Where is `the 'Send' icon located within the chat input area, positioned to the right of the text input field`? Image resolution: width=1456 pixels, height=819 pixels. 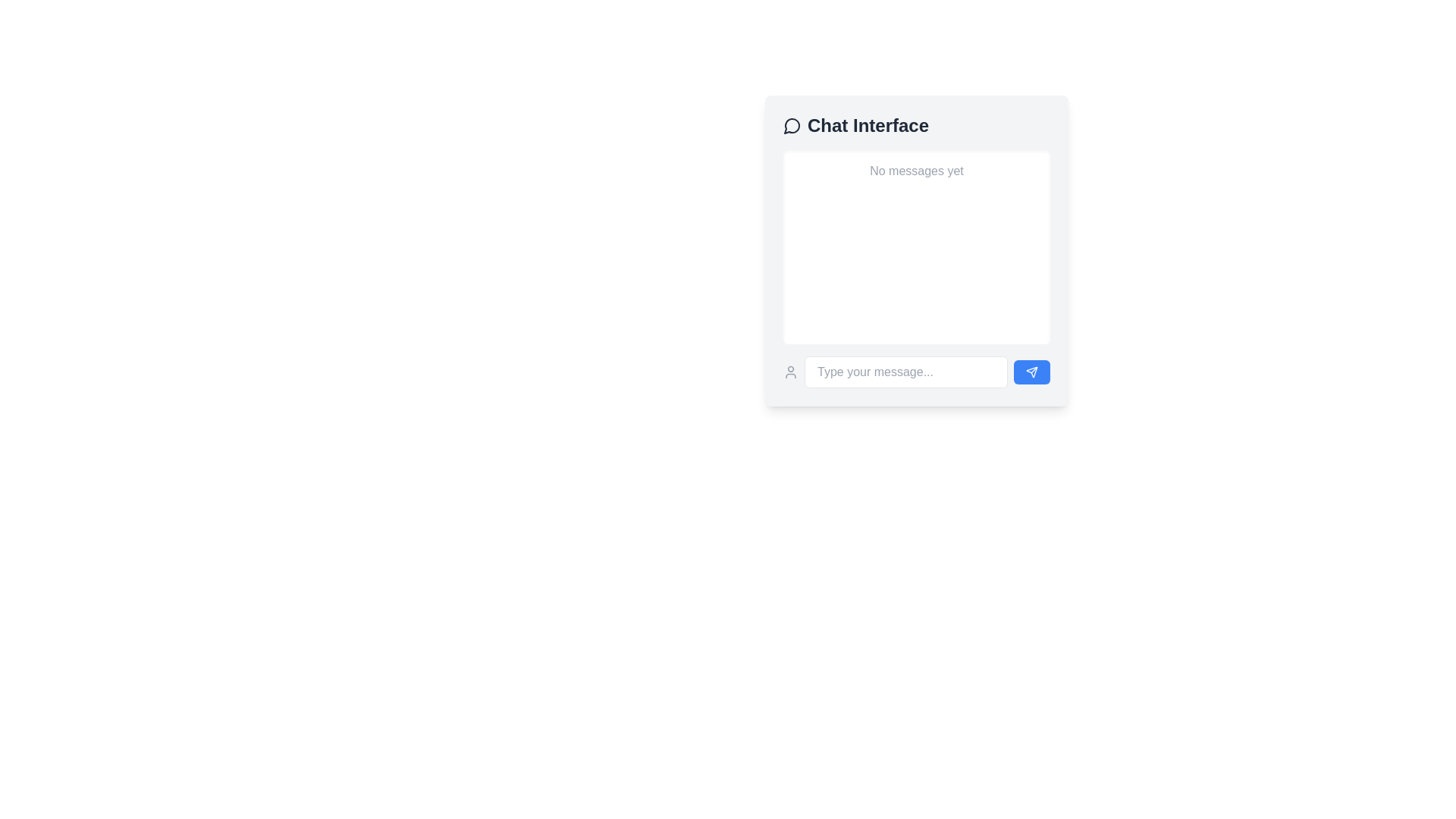
the 'Send' icon located within the chat input area, positioned to the right of the text input field is located at coordinates (1031, 372).